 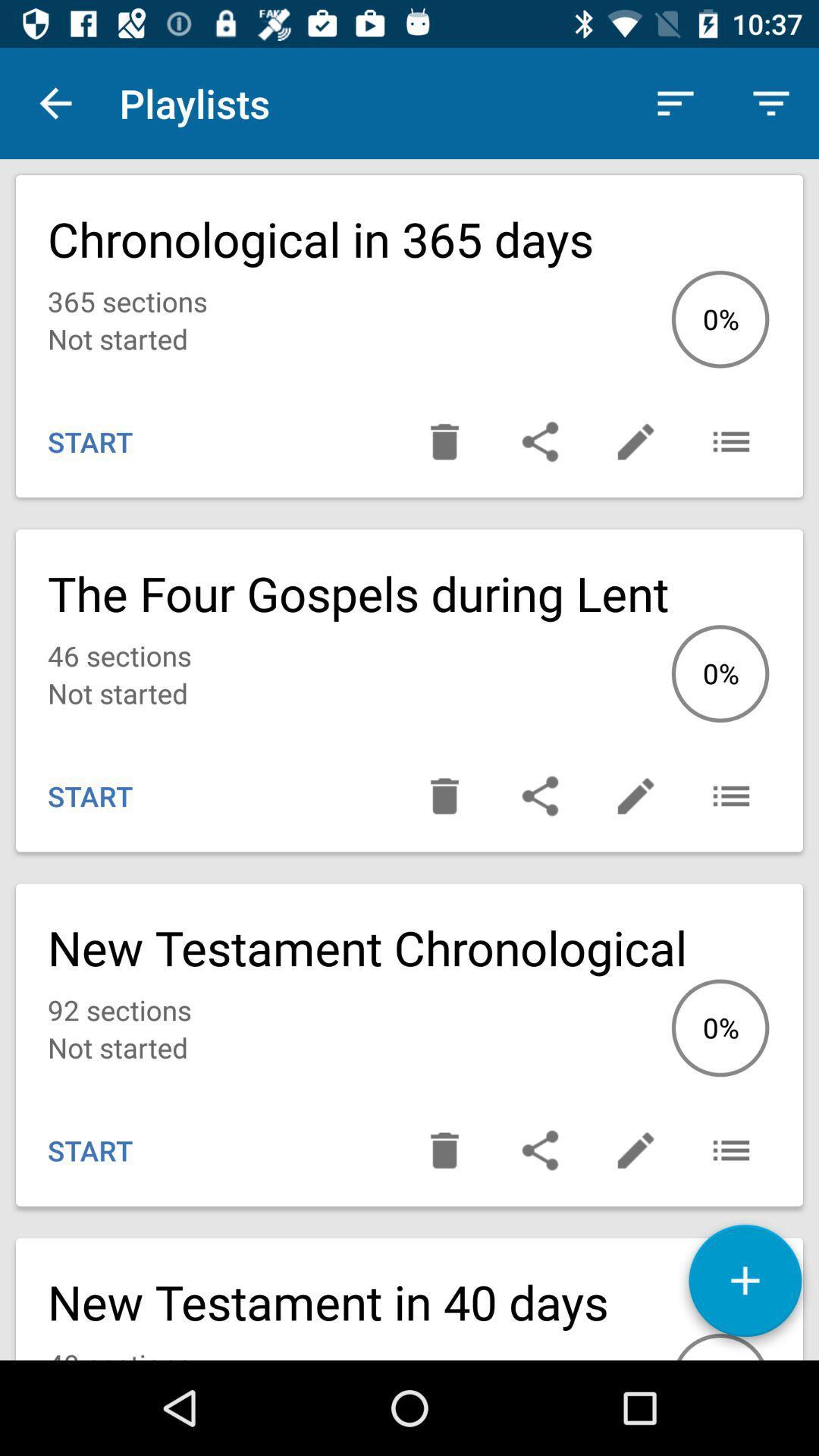 What do you see at coordinates (55, 102) in the screenshot?
I see `icon to the left of the playlists item` at bounding box center [55, 102].